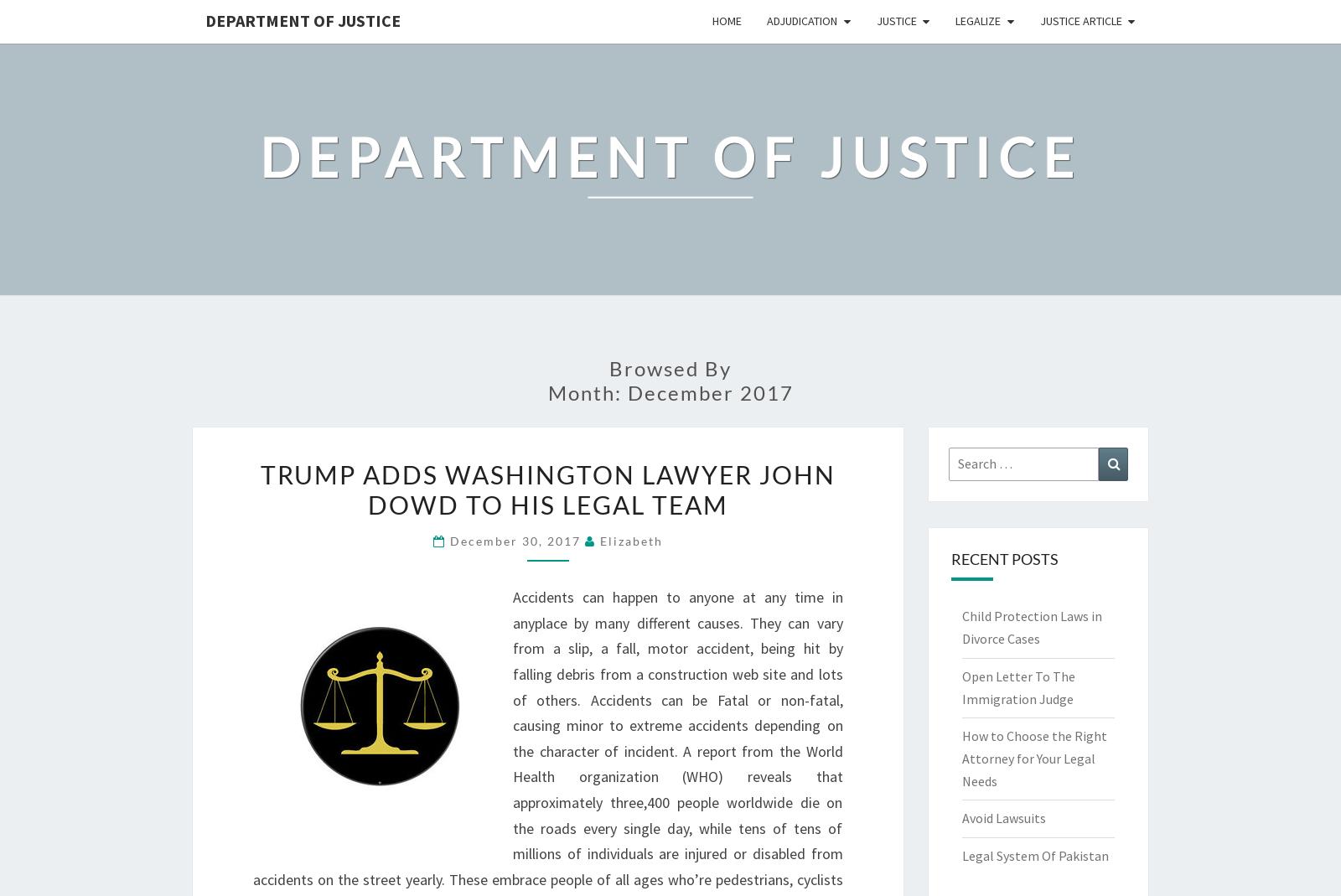 The width and height of the screenshot is (1341, 896). What do you see at coordinates (587, 391) in the screenshot?
I see `'Month:'` at bounding box center [587, 391].